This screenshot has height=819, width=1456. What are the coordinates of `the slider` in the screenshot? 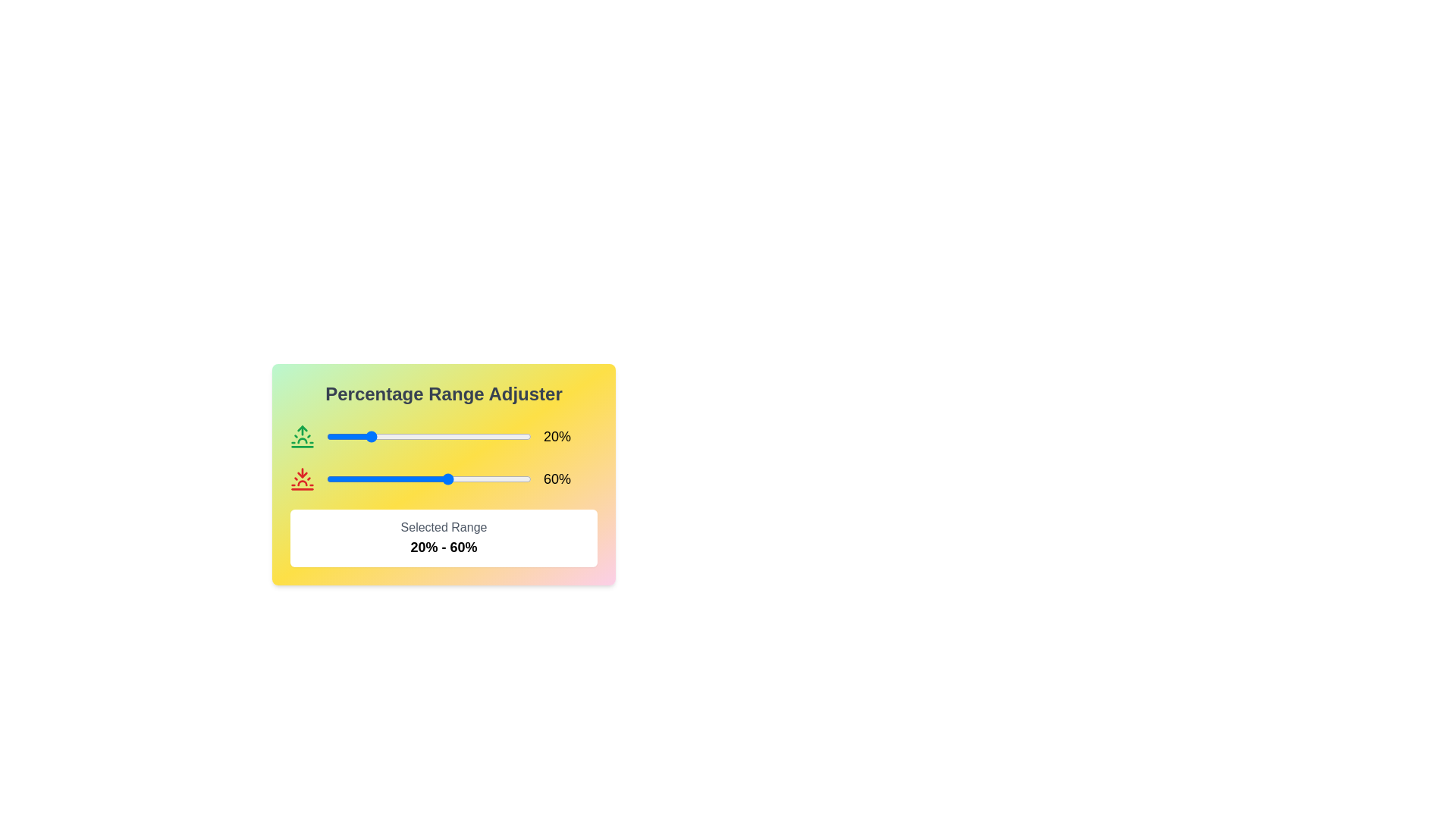 It's located at (378, 436).